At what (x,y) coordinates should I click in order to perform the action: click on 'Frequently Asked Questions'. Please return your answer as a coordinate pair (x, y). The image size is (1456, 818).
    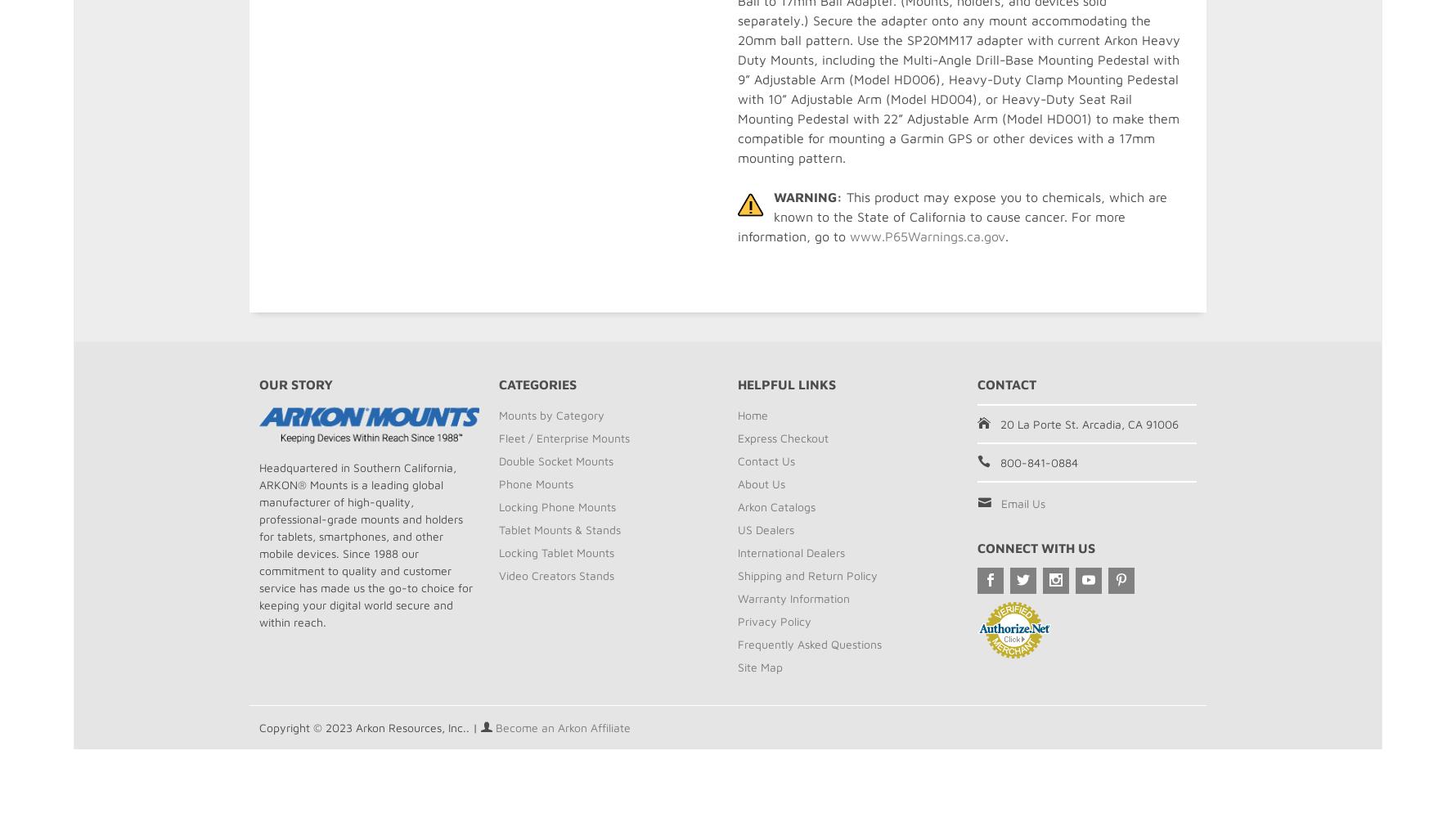
    Looking at the image, I should click on (809, 644).